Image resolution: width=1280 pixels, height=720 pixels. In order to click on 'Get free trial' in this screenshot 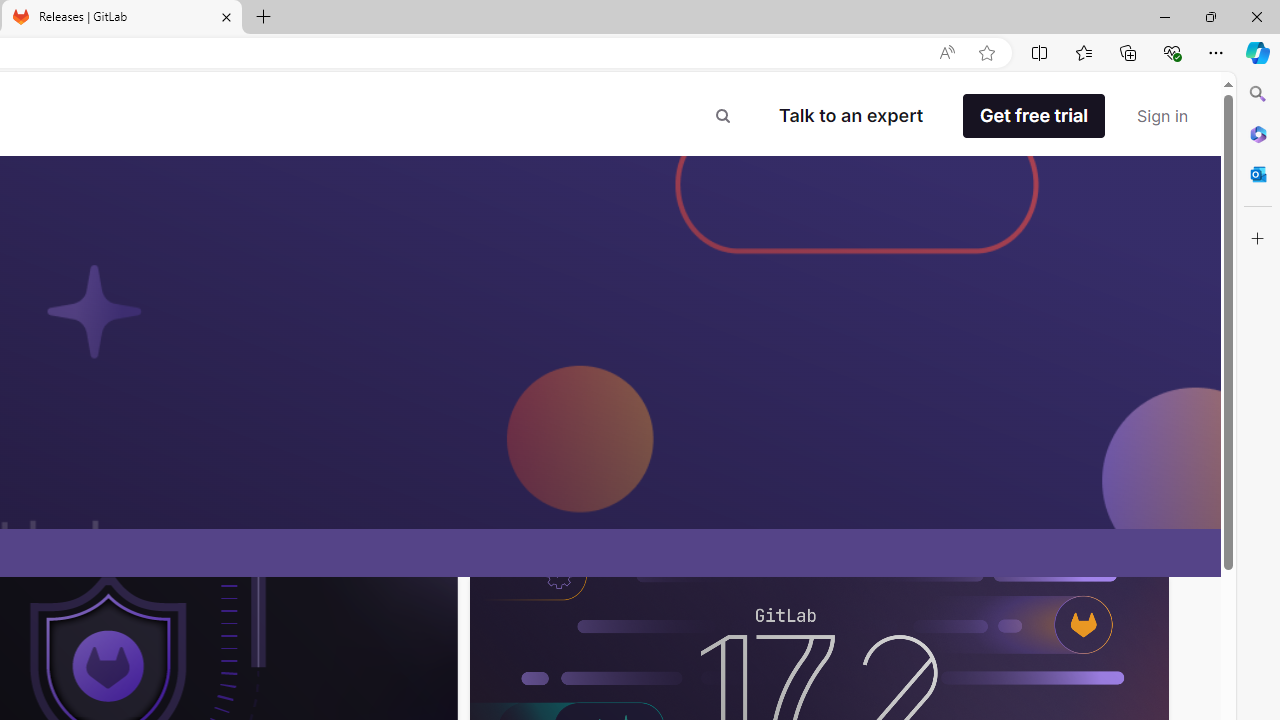, I will do `click(1033, 116)`.